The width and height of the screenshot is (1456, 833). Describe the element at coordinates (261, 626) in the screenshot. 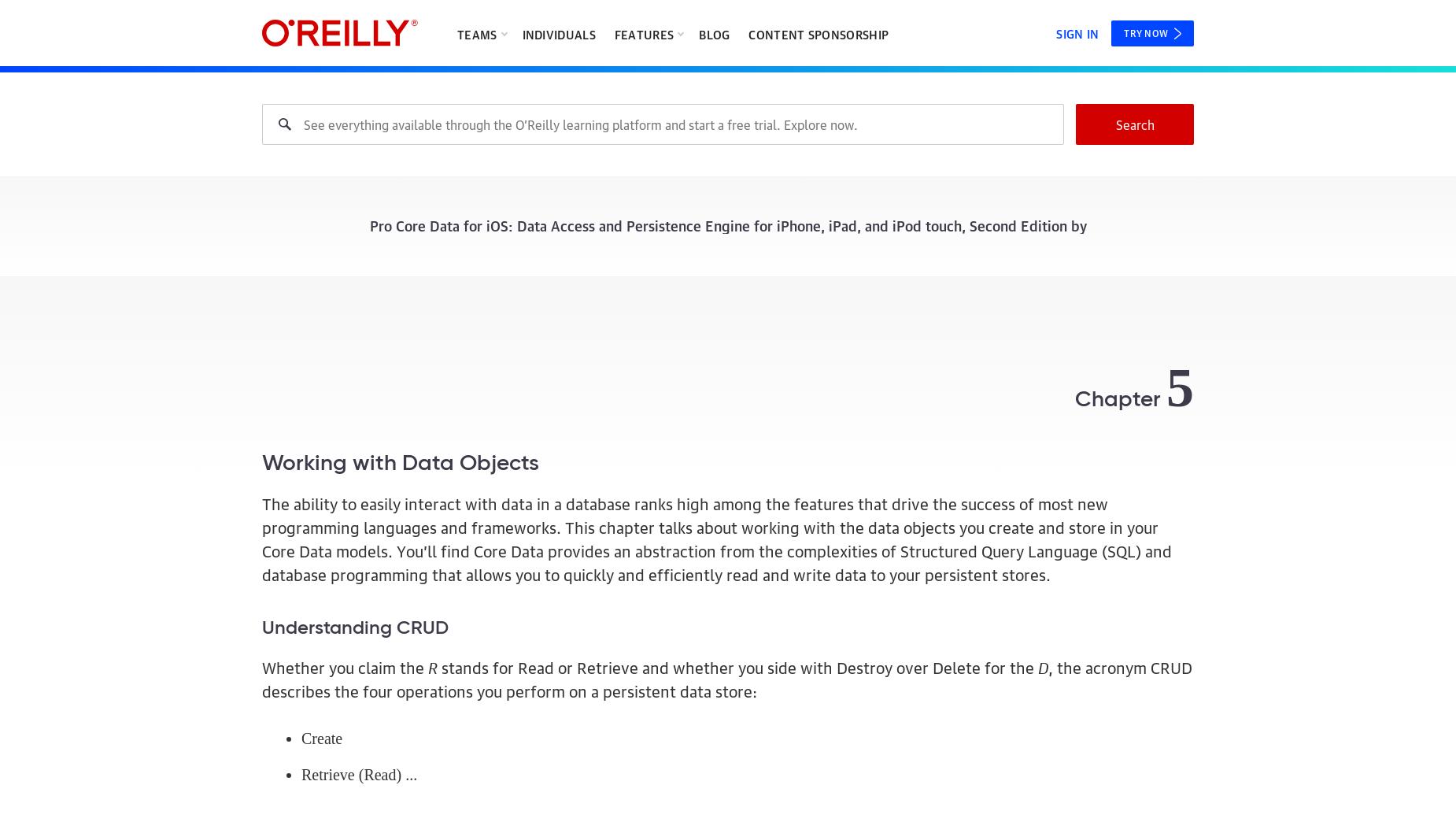

I see `'Understanding CRUD'` at that location.